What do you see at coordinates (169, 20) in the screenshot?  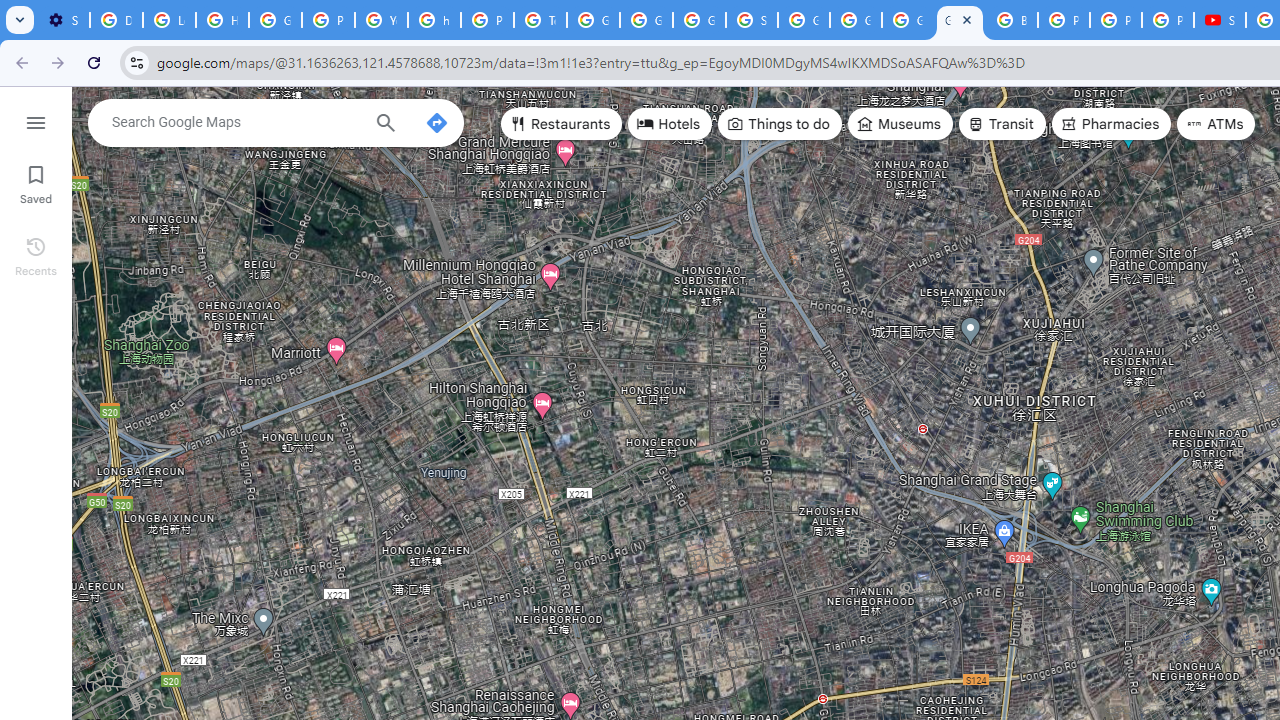 I see `'Learn how to find your photos - Google Photos Help'` at bounding box center [169, 20].